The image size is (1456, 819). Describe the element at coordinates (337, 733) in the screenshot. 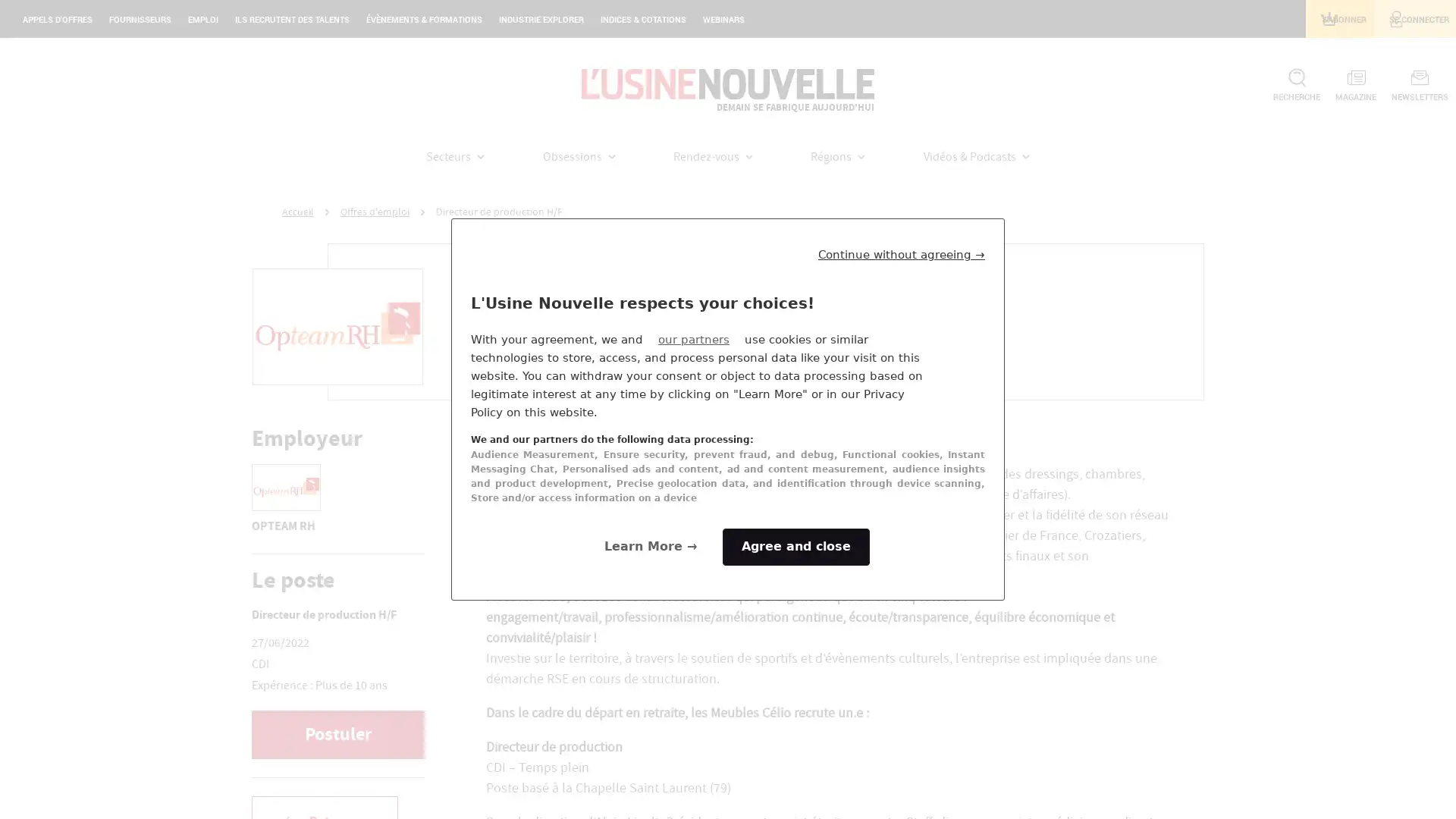

I see `Postuler` at that location.